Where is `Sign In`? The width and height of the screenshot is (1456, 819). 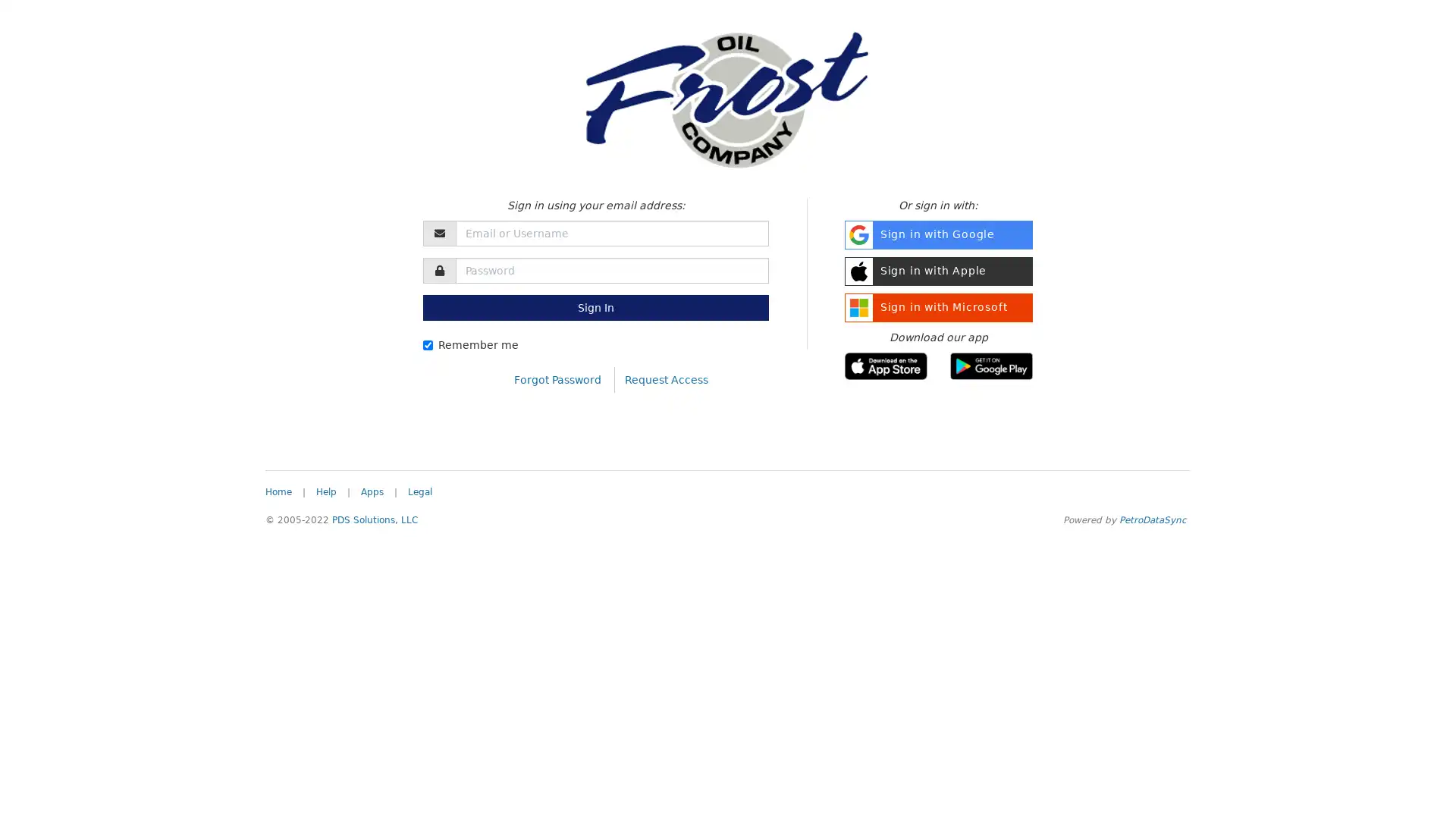
Sign In is located at coordinates (595, 307).